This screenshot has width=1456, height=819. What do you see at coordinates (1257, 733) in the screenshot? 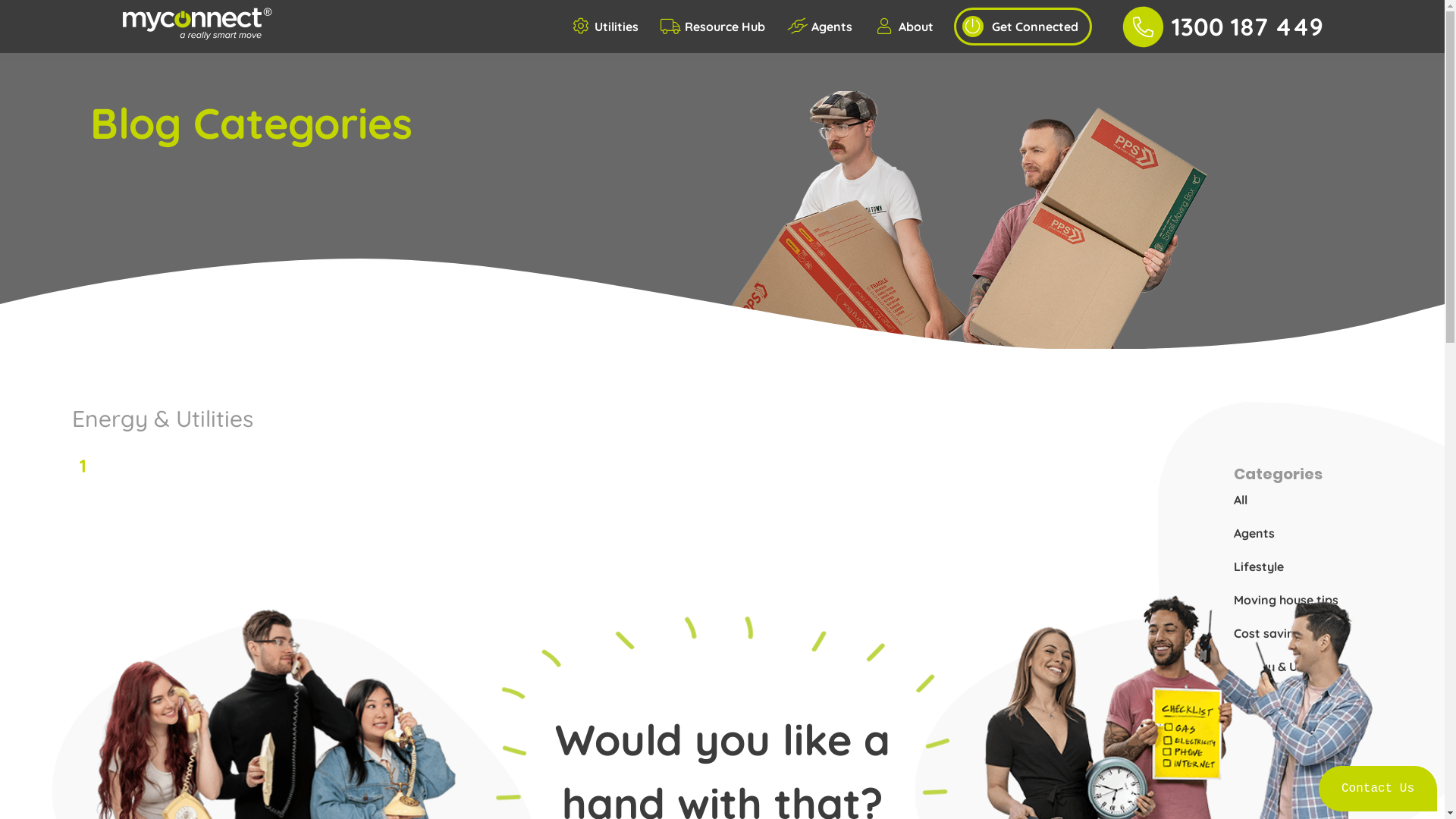
I see `'Renting'` at bounding box center [1257, 733].